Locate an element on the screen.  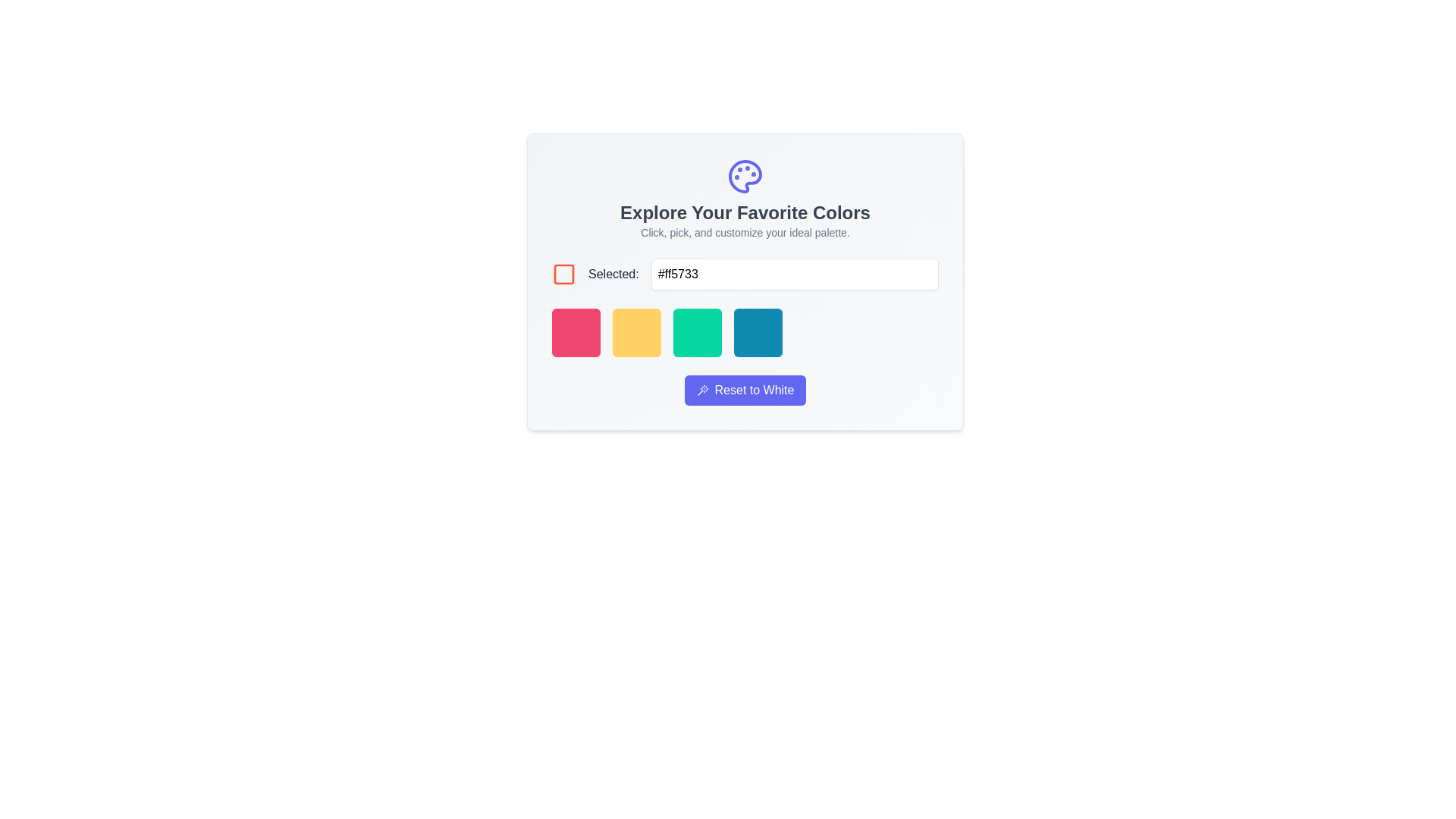
the Text Label that provides instructions for the palette customization feature, located below the heading 'Explore Your Favorite Colors' and above the checkbox and color selector input field is located at coordinates (745, 233).